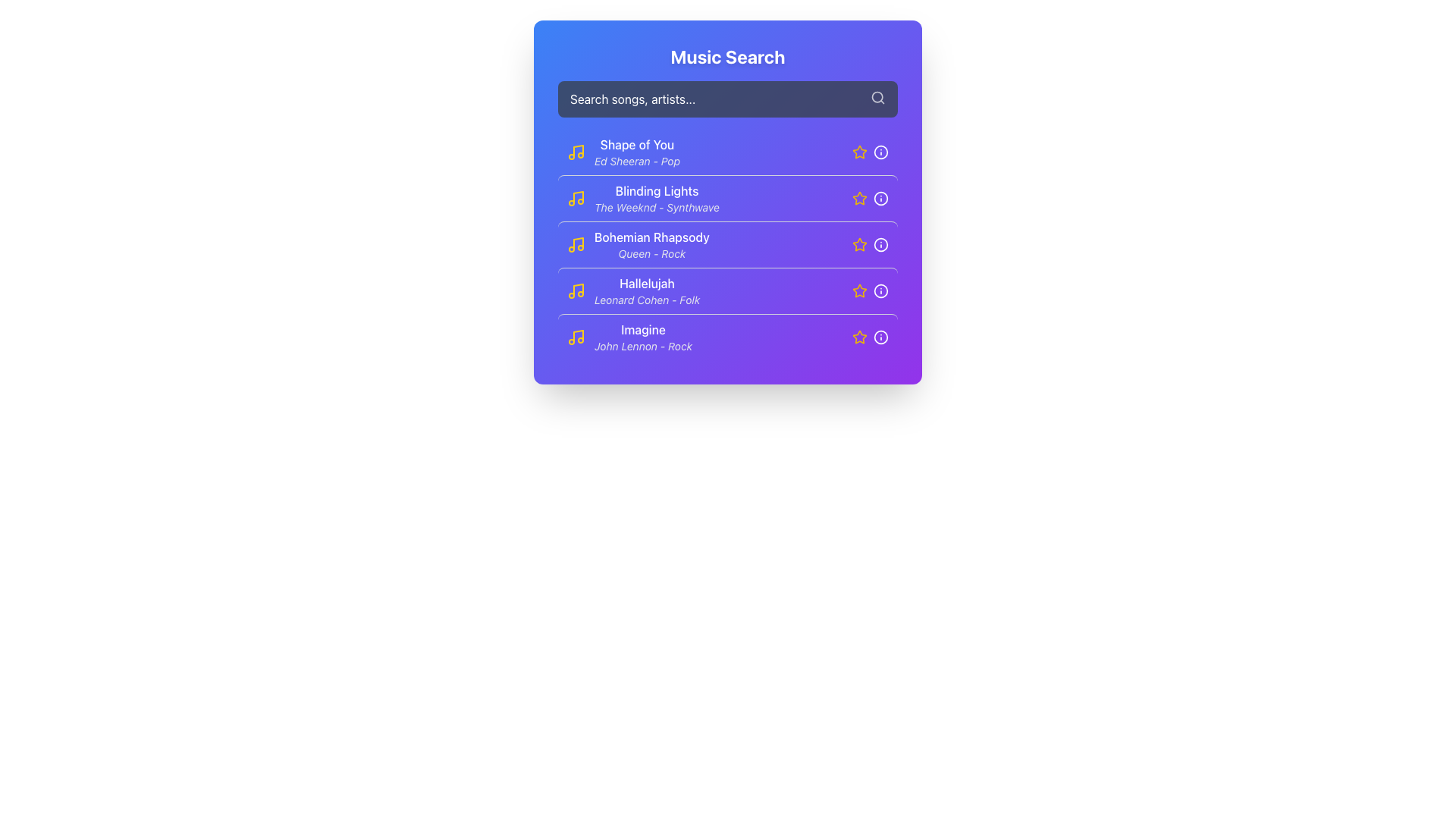 Image resolution: width=1456 pixels, height=819 pixels. What do you see at coordinates (859, 198) in the screenshot?
I see `the star icon to observe the color change, which indicates marking the associated song 'Blinding Lights' as a favorite` at bounding box center [859, 198].